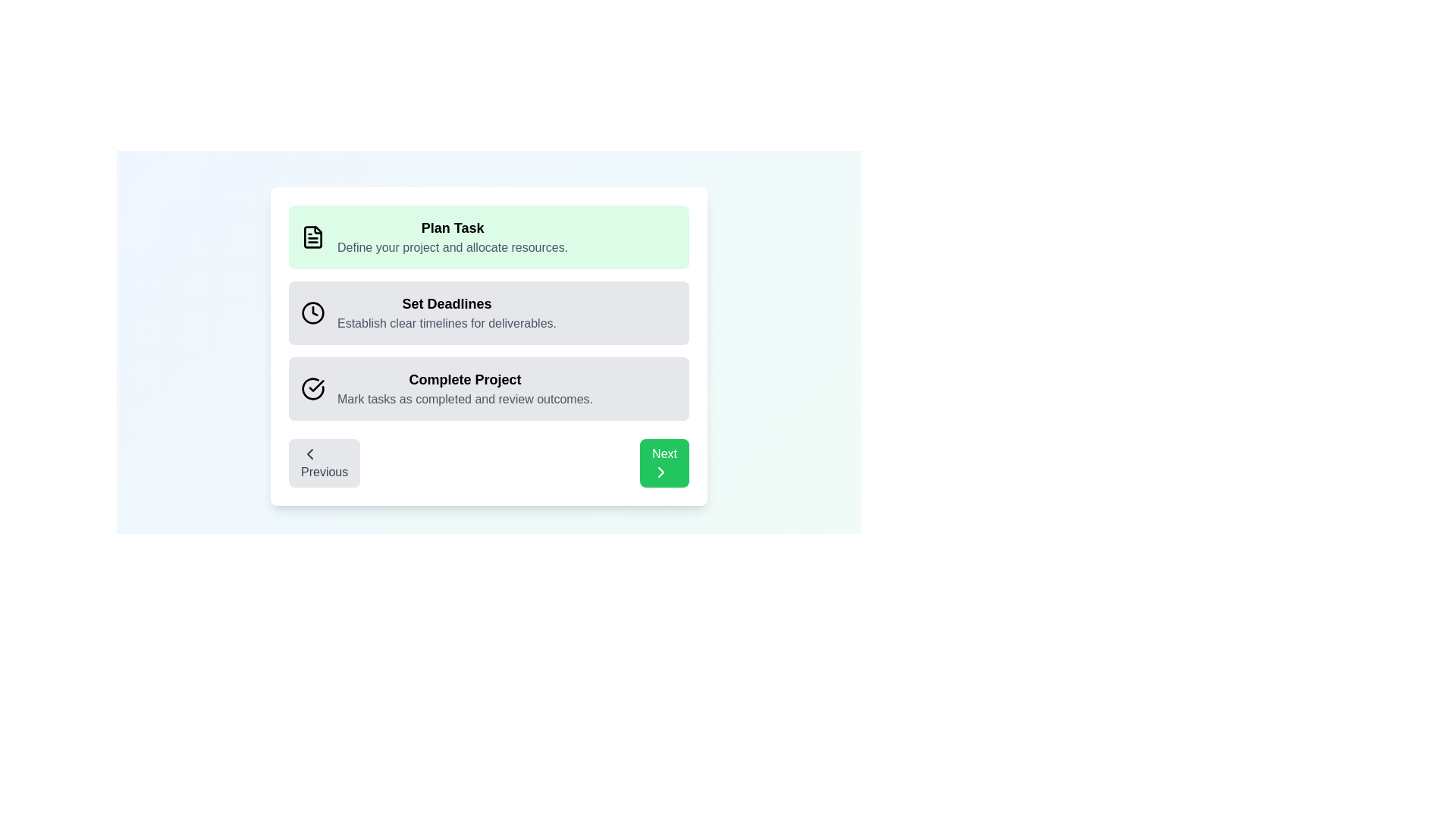  What do you see at coordinates (488, 332) in the screenshot?
I see `the background container of the TaskManagementSteps component` at bounding box center [488, 332].